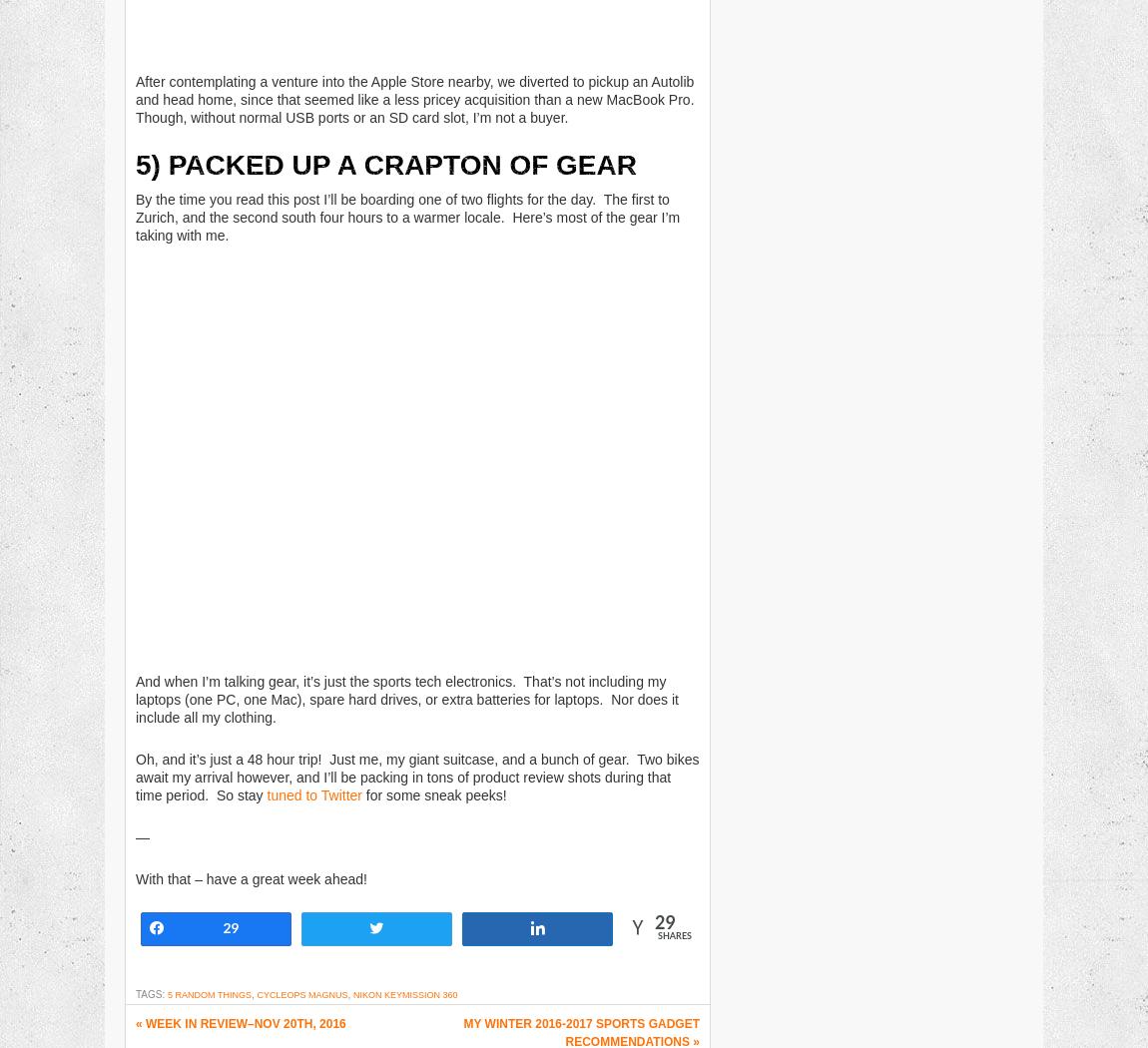 The height and width of the screenshot is (1048, 1148). I want to click on 'tuned to Twitter', so click(313, 793).